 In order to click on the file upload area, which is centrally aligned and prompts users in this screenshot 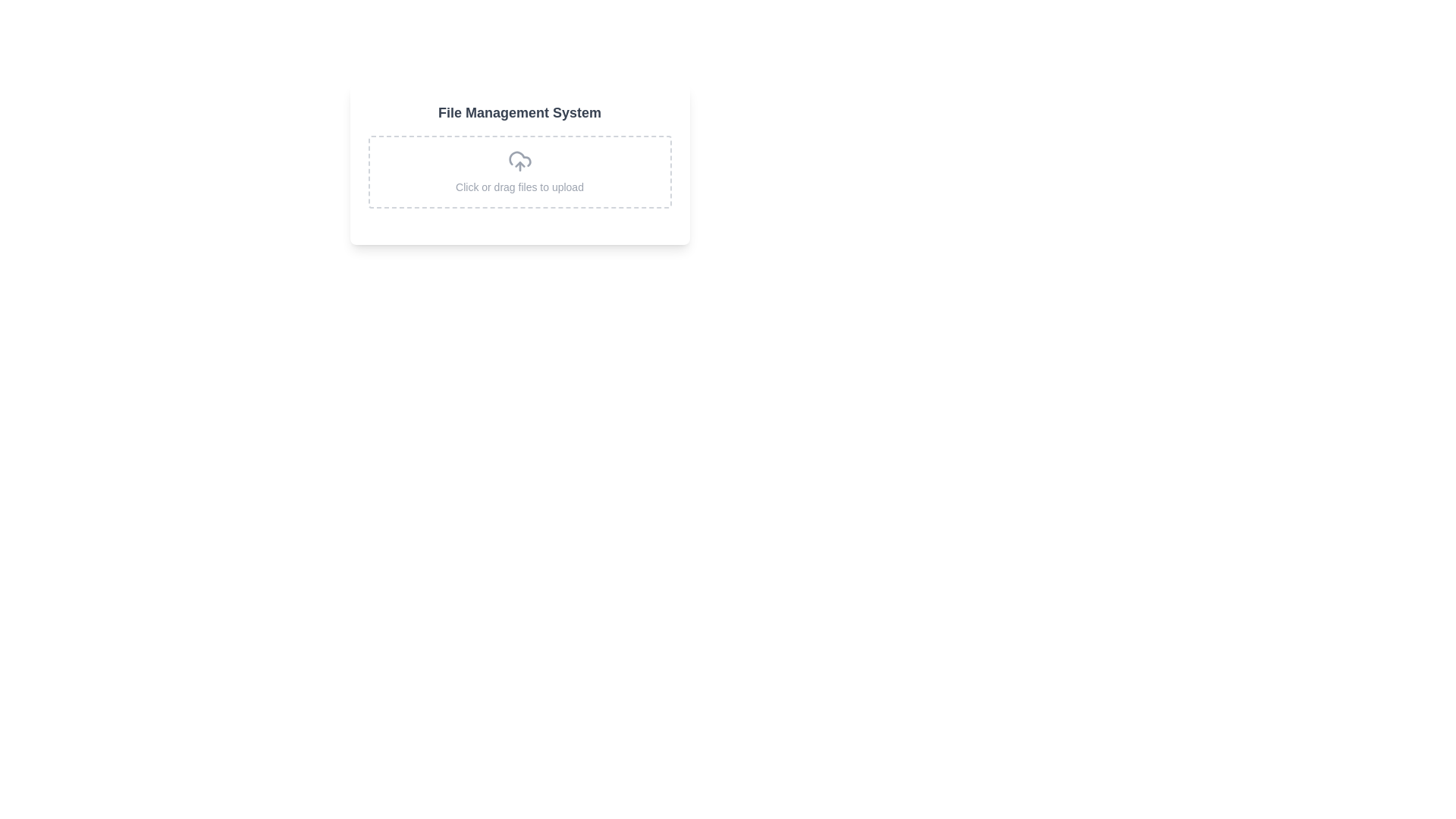, I will do `click(519, 164)`.